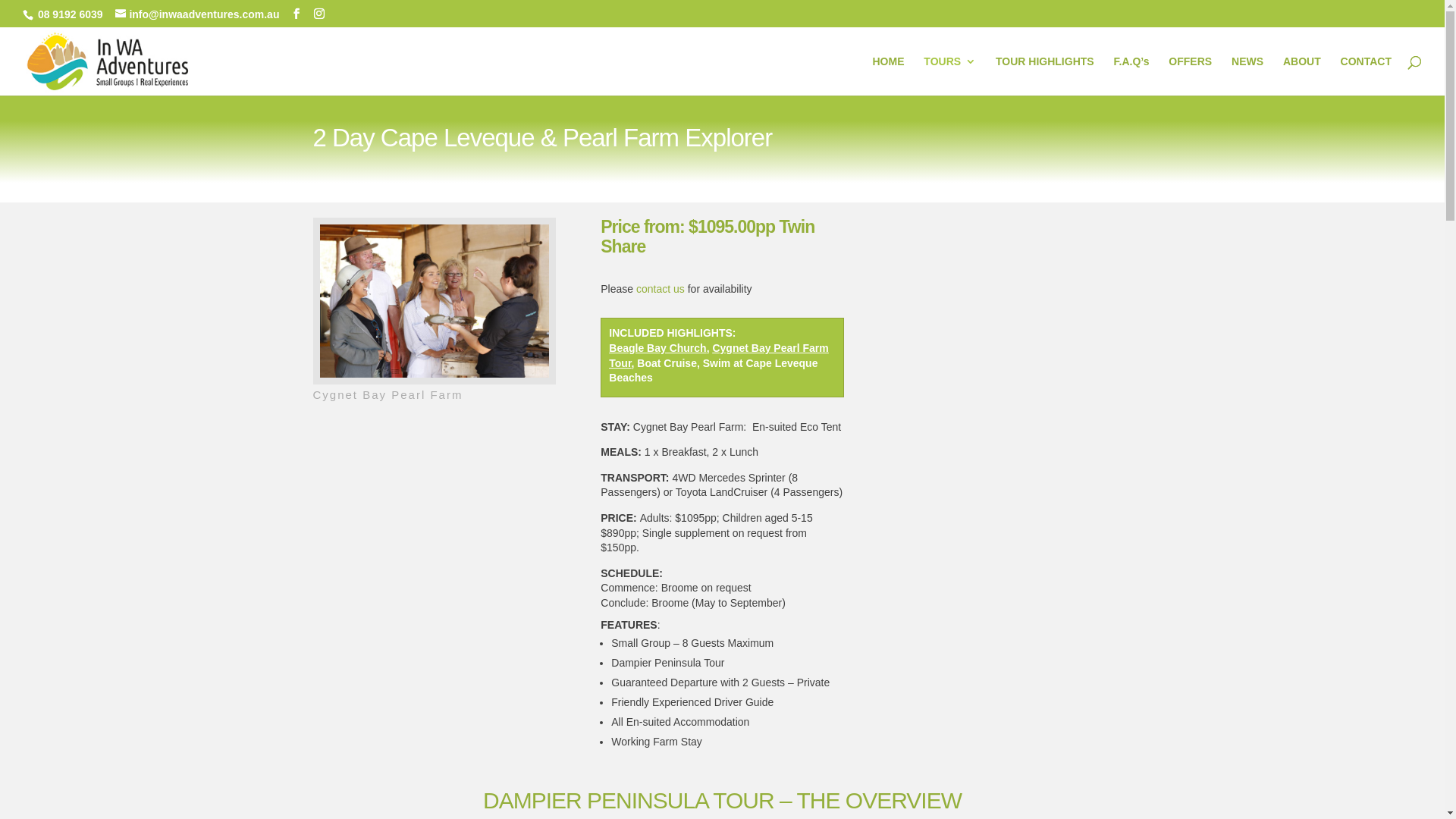 This screenshot has width=1456, height=819. I want to click on 'Cygnet Bay Pearl Farm Tour', so click(717, 356).